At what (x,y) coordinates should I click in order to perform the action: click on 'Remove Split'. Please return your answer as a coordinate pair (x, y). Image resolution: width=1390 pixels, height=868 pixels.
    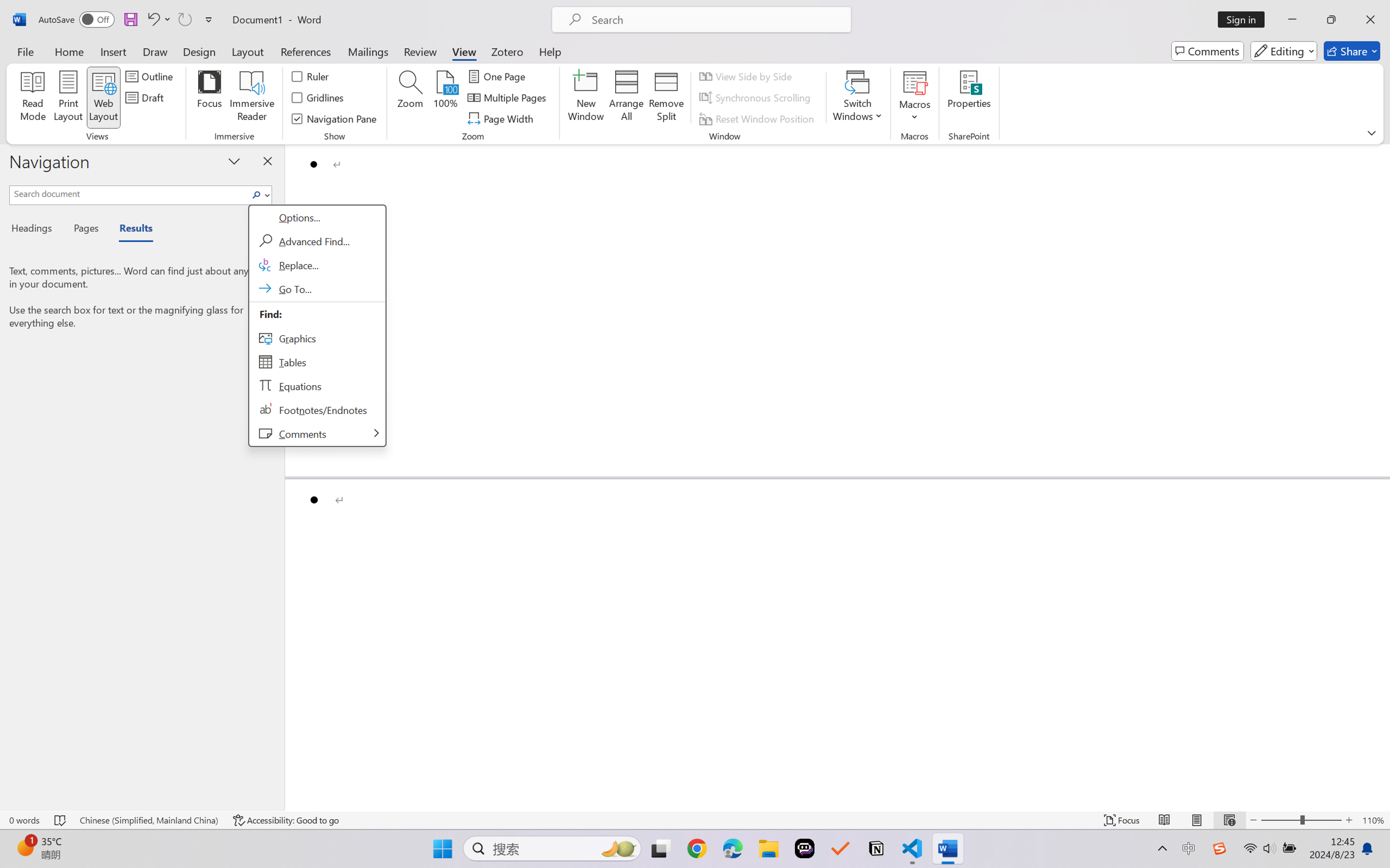
    Looking at the image, I should click on (666, 98).